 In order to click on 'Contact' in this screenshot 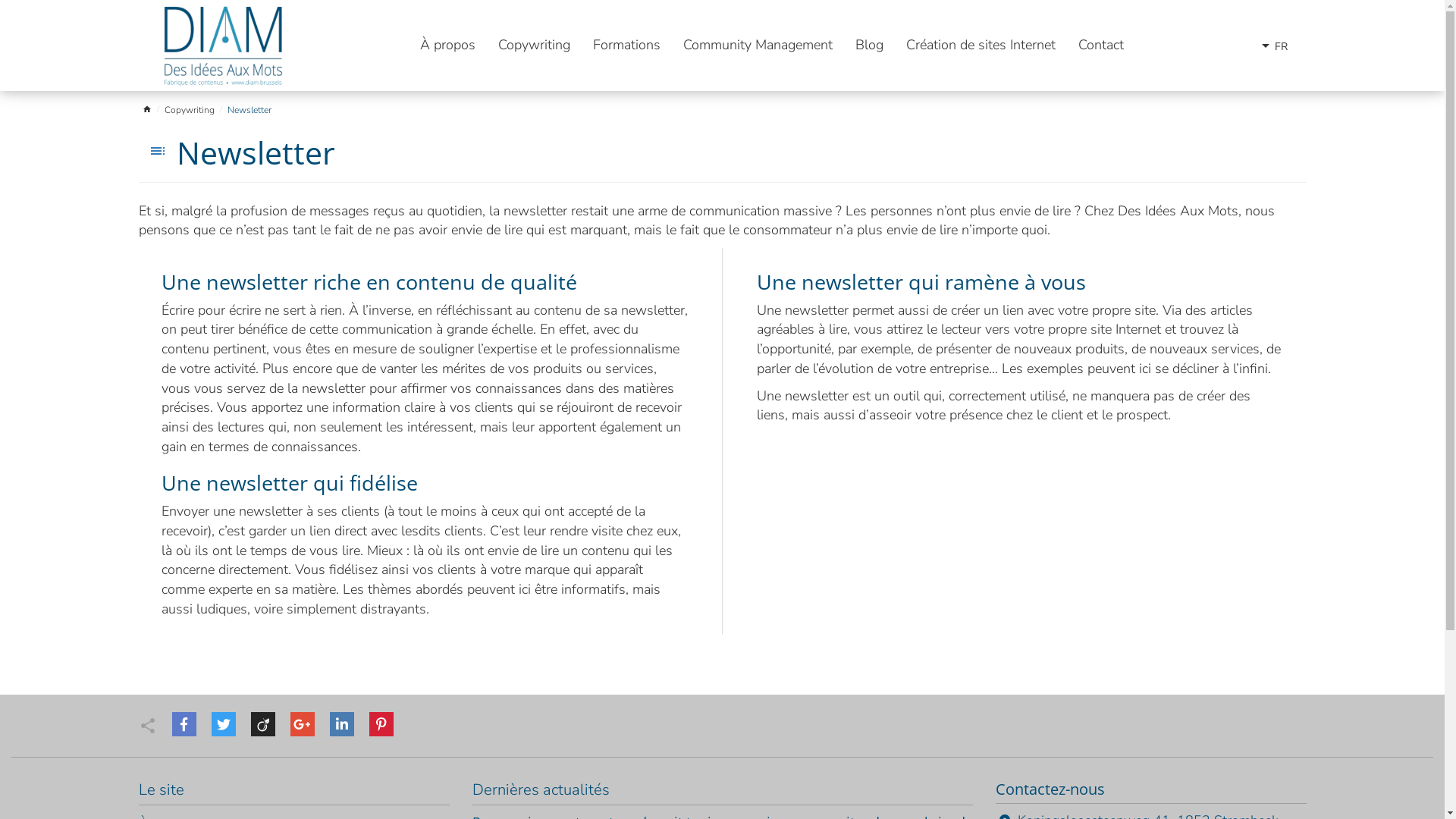, I will do `click(1065, 45)`.